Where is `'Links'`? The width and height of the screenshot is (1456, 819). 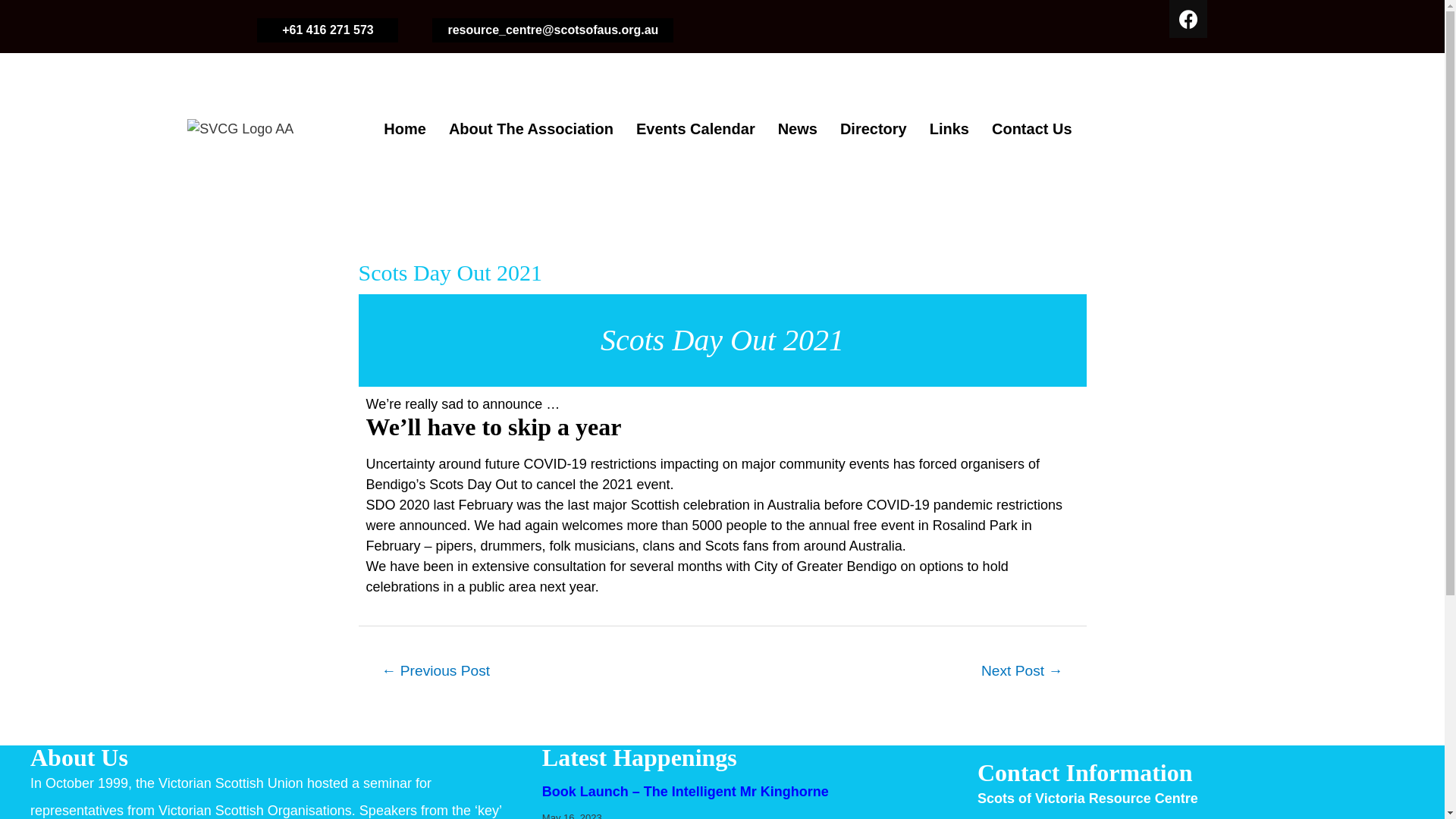 'Links' is located at coordinates (917, 127).